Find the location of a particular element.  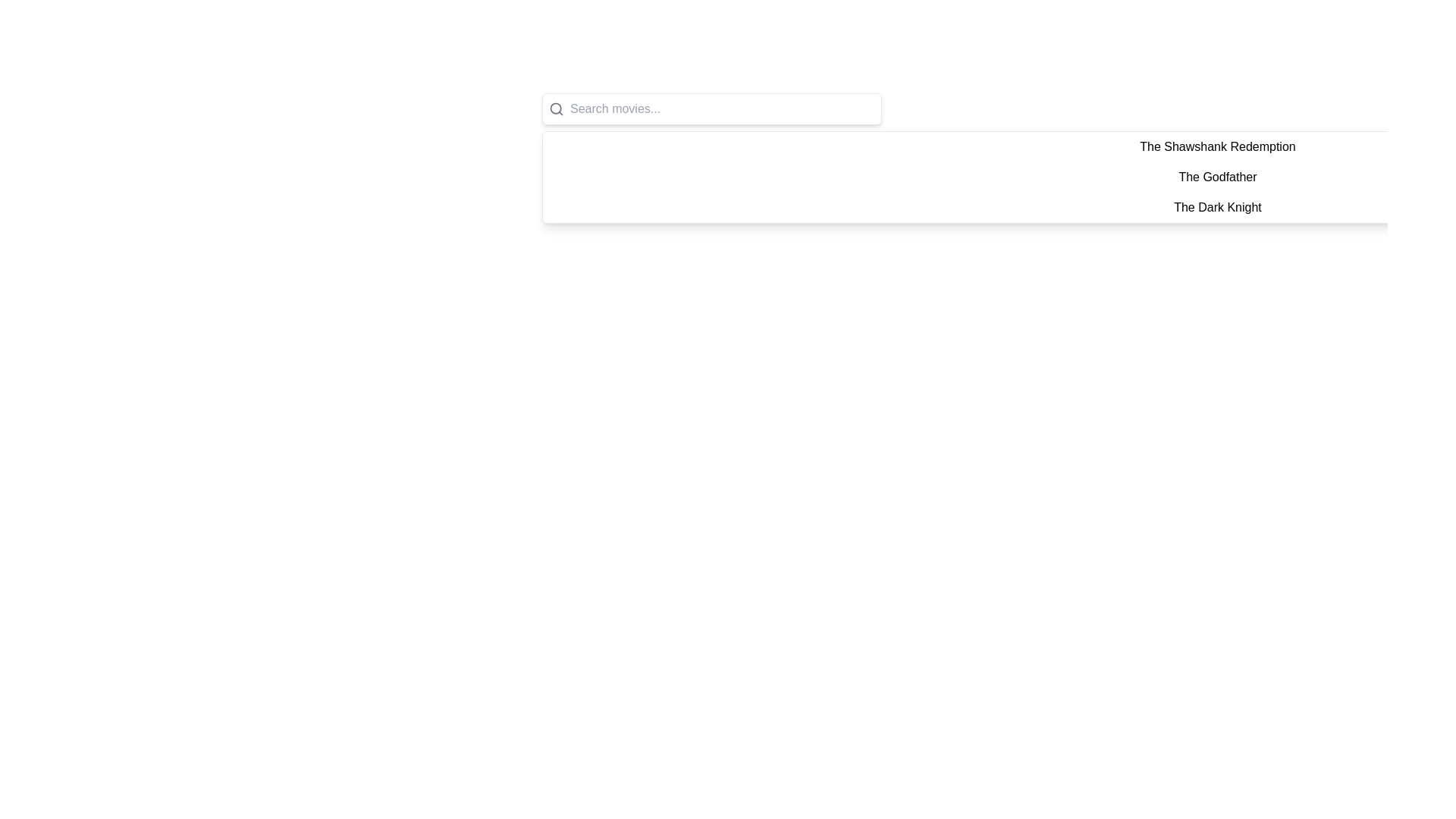

the search icon located on the leftmost side of the search bar that has the placeholder text 'Search movies...' is located at coordinates (556, 108).